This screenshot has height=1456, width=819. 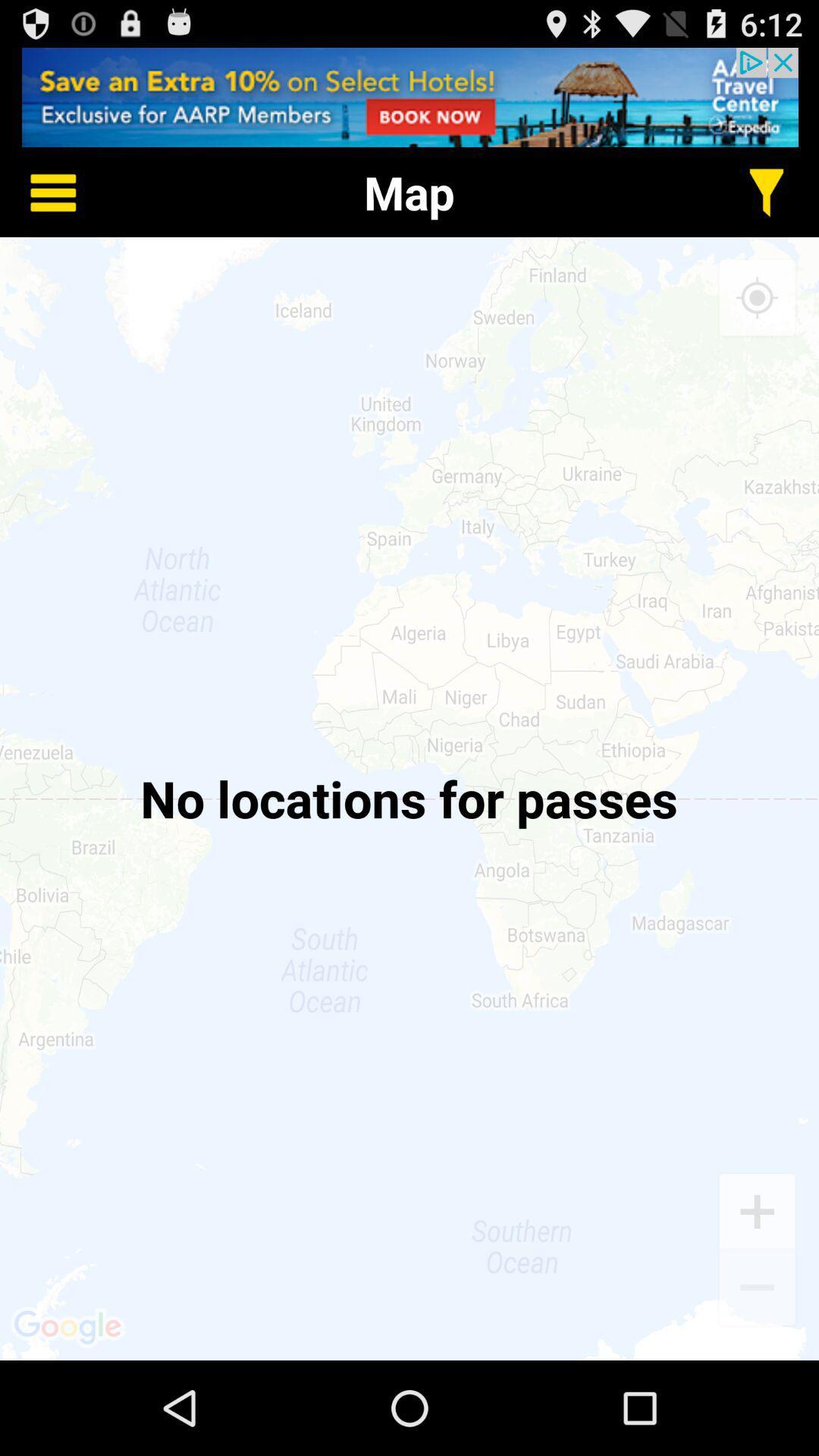 I want to click on the minus icon, so click(x=757, y=1380).